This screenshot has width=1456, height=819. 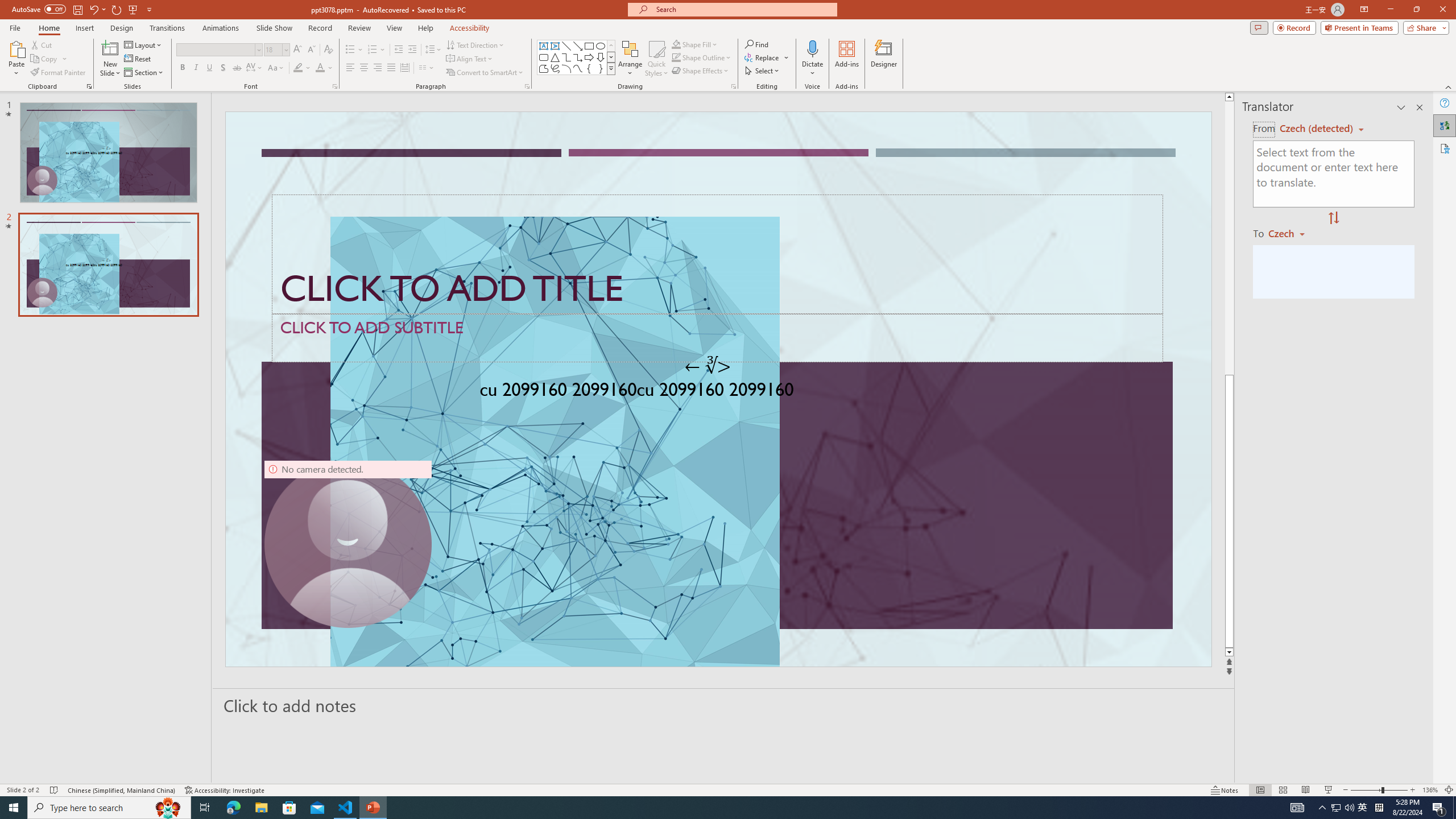 I want to click on 'TextBox 7', so click(x=708, y=366).